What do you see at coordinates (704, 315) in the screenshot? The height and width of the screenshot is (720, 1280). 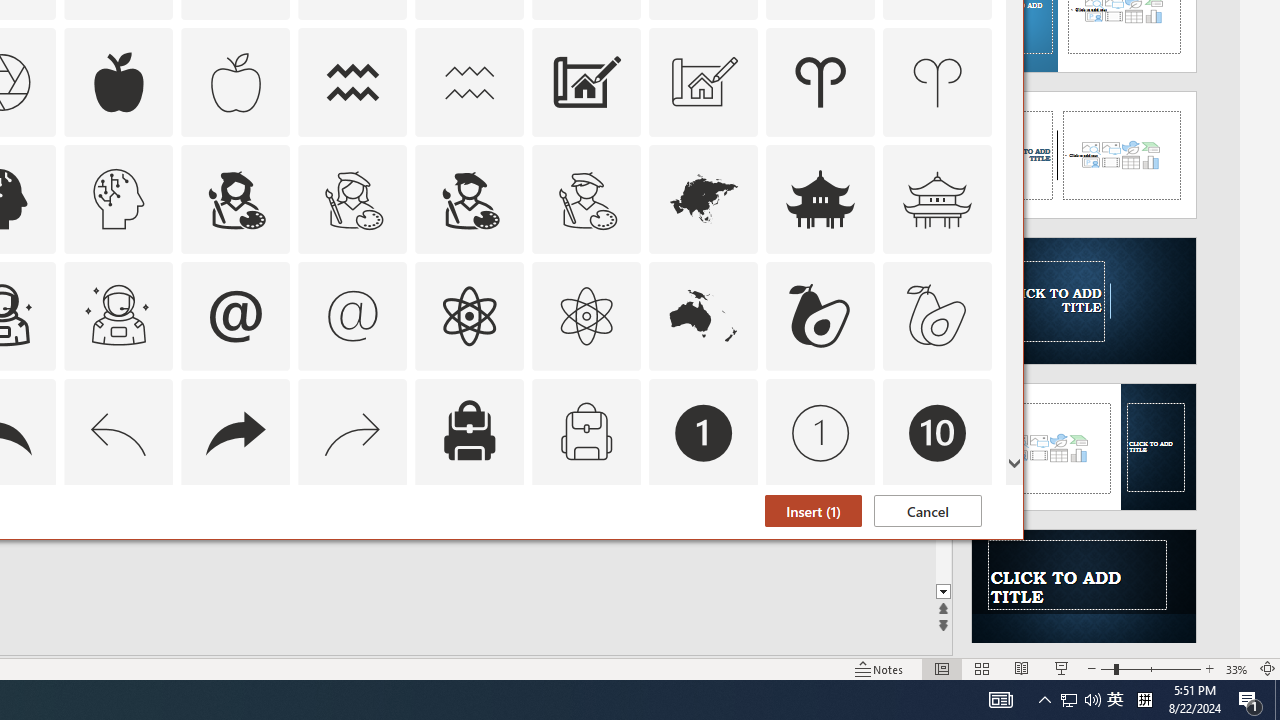 I see `'AutomationID: Icons_Australia'` at bounding box center [704, 315].